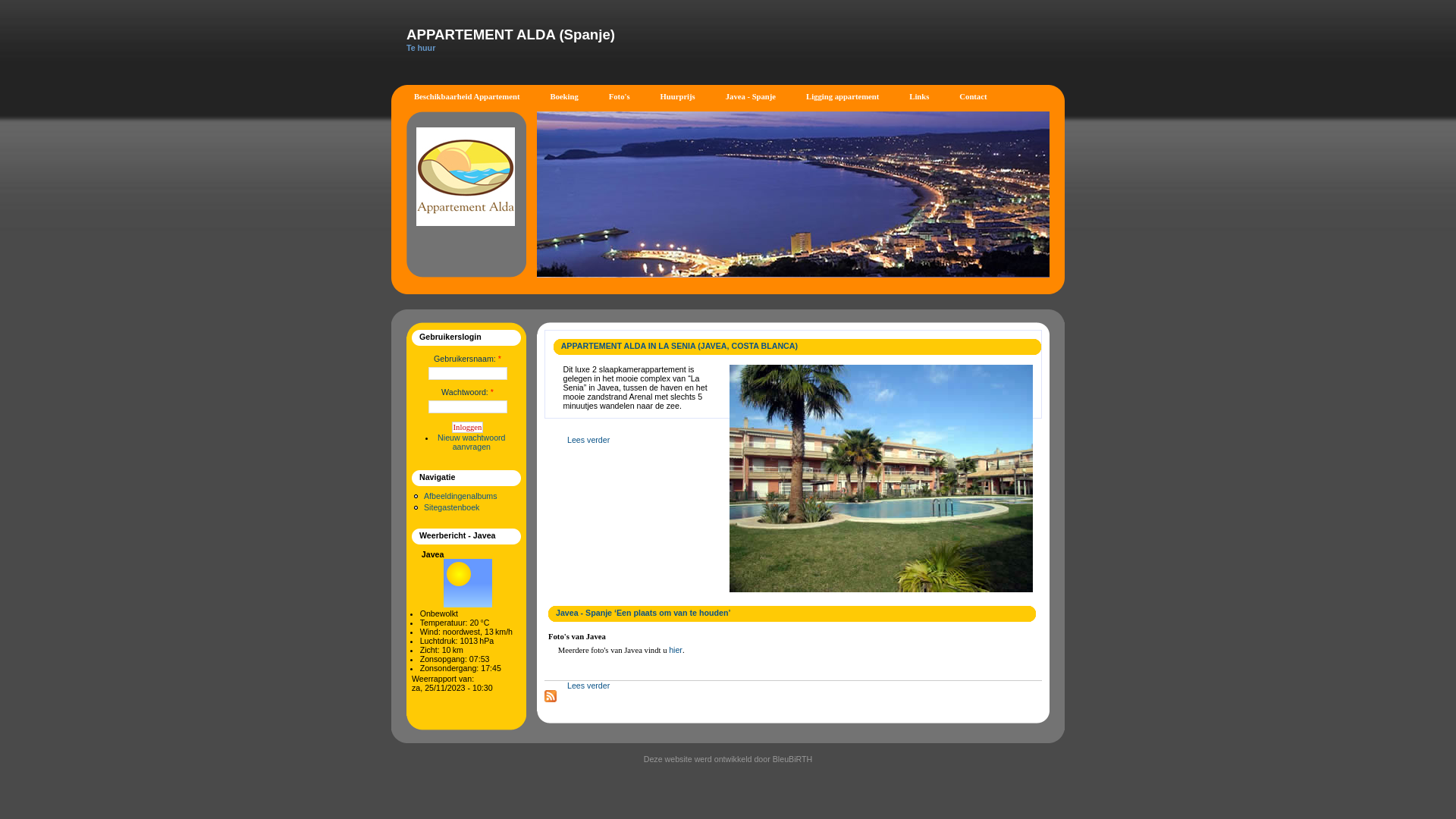 The image size is (1456, 819). Describe the element at coordinates (918, 96) in the screenshot. I see `'Links'` at that location.